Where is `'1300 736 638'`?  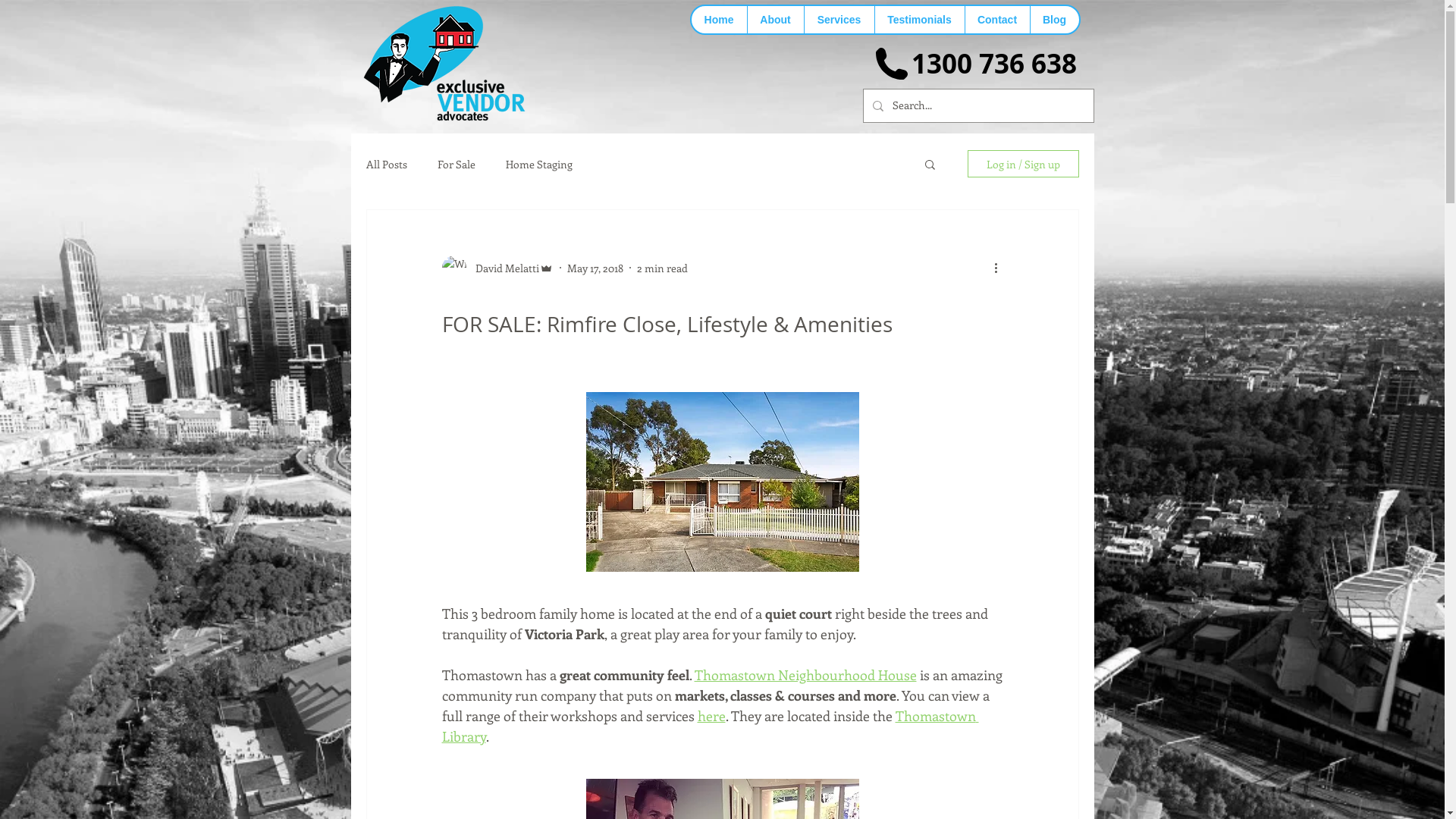 '1300 736 638' is located at coordinates (993, 63).